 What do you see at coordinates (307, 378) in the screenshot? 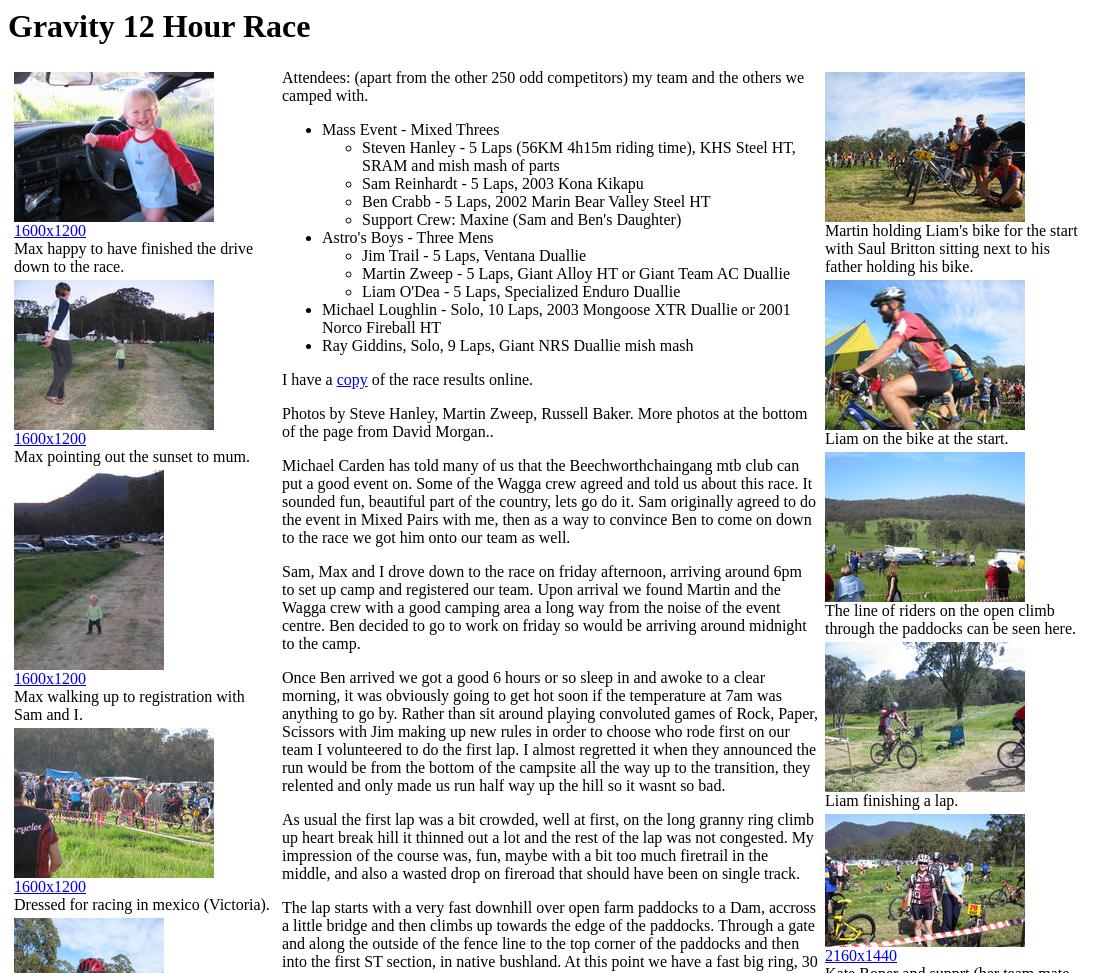
I see `'I have a'` at bounding box center [307, 378].